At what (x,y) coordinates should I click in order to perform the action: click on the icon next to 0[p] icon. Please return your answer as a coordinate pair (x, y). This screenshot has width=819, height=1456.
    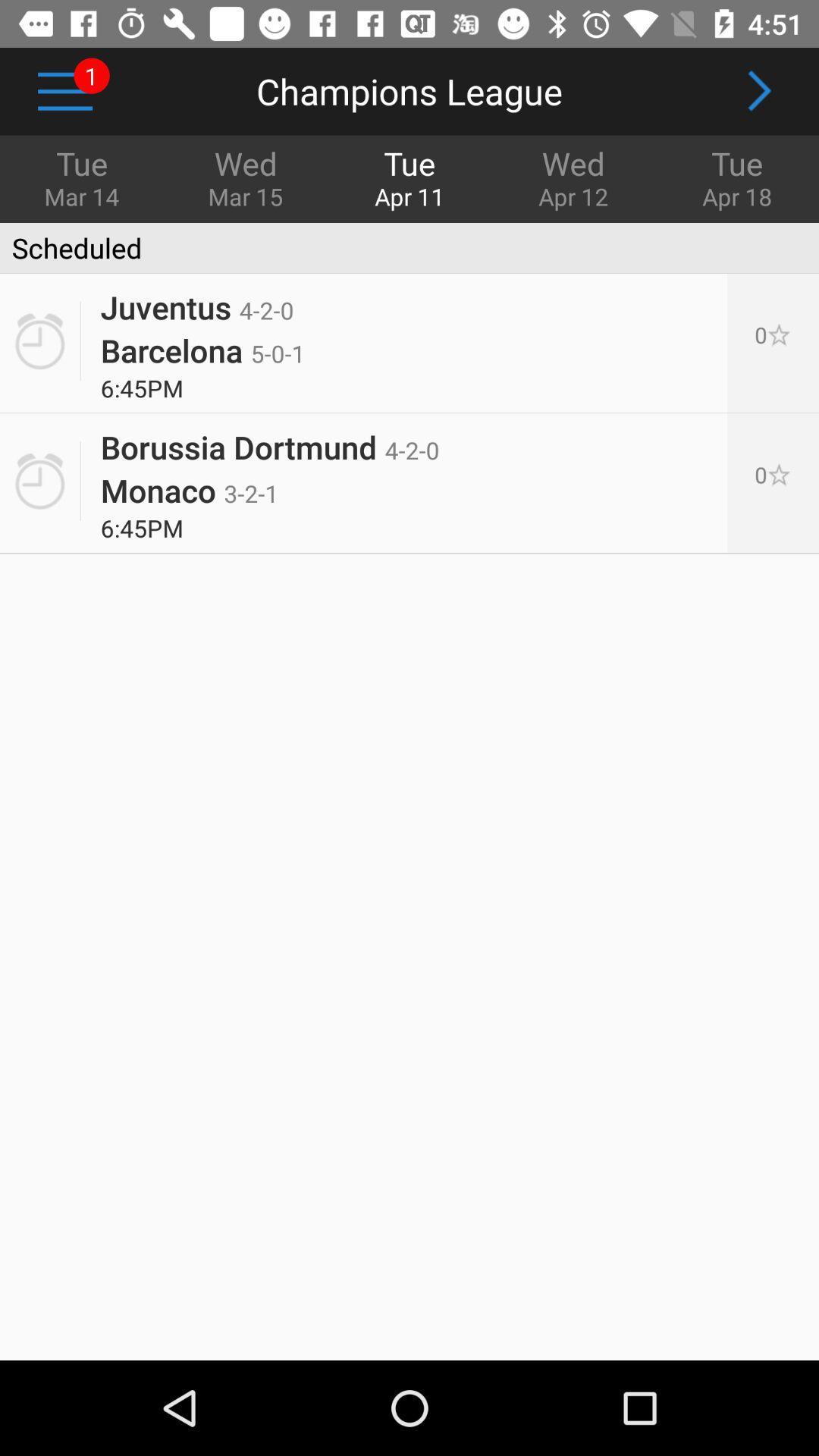
    Looking at the image, I should click on (202, 349).